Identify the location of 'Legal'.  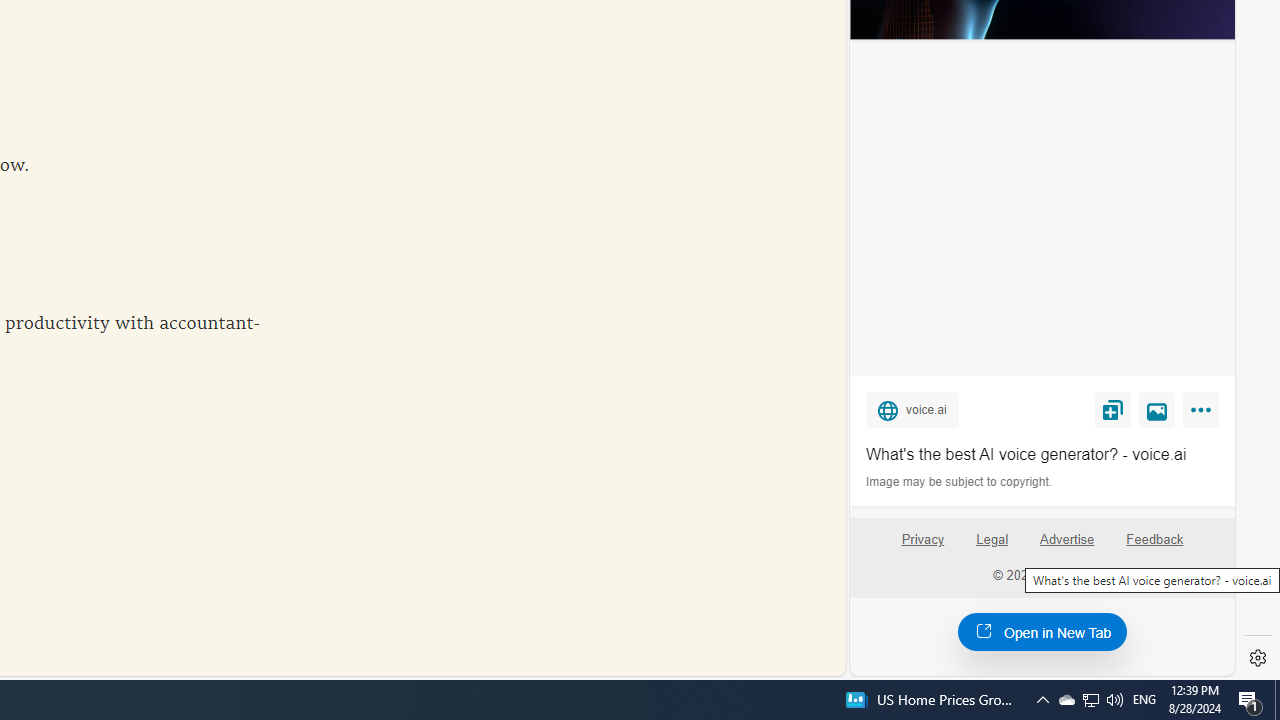
(992, 547).